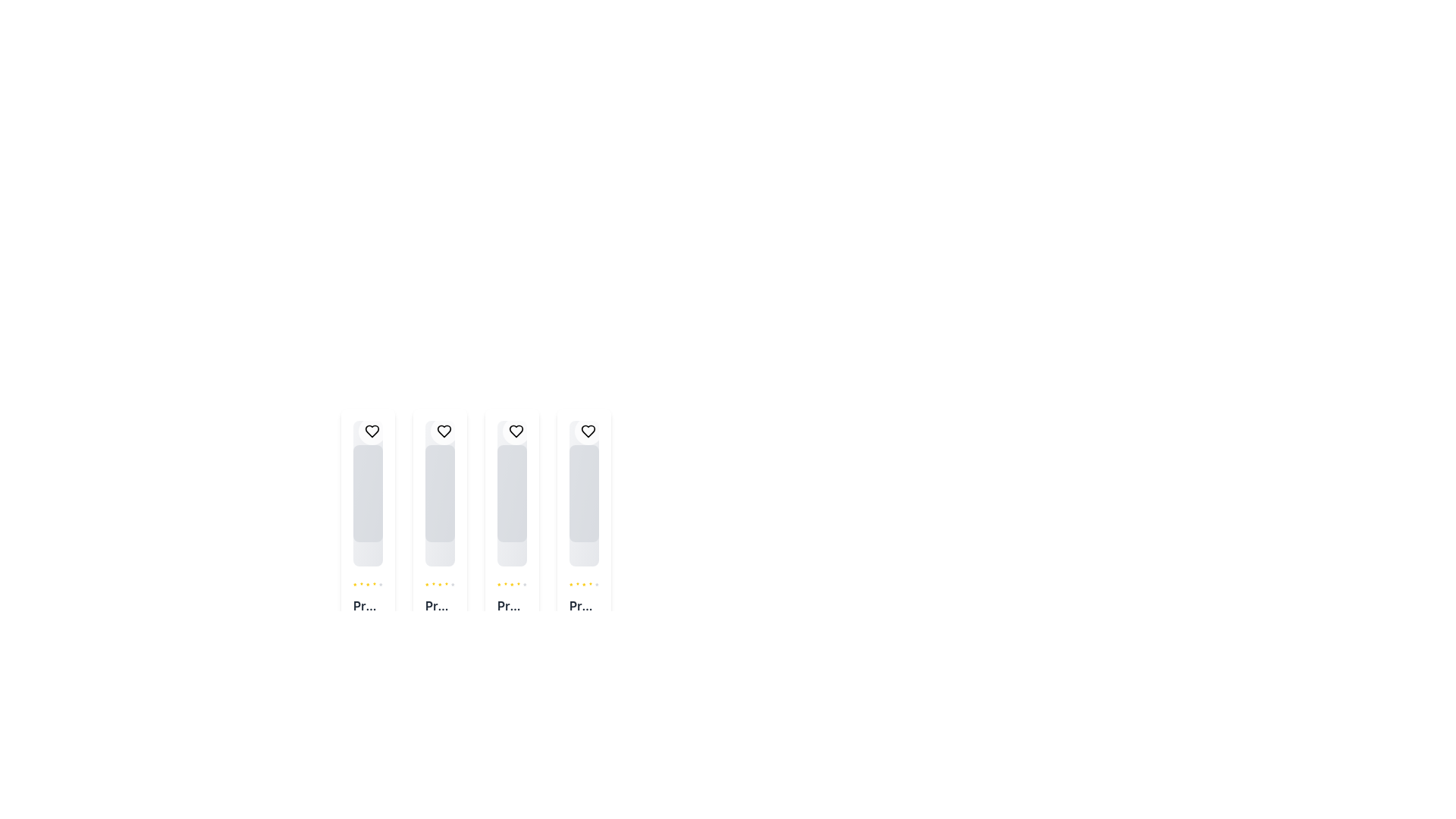  I want to click on the heart icon in the fourth product card, so click(588, 431).